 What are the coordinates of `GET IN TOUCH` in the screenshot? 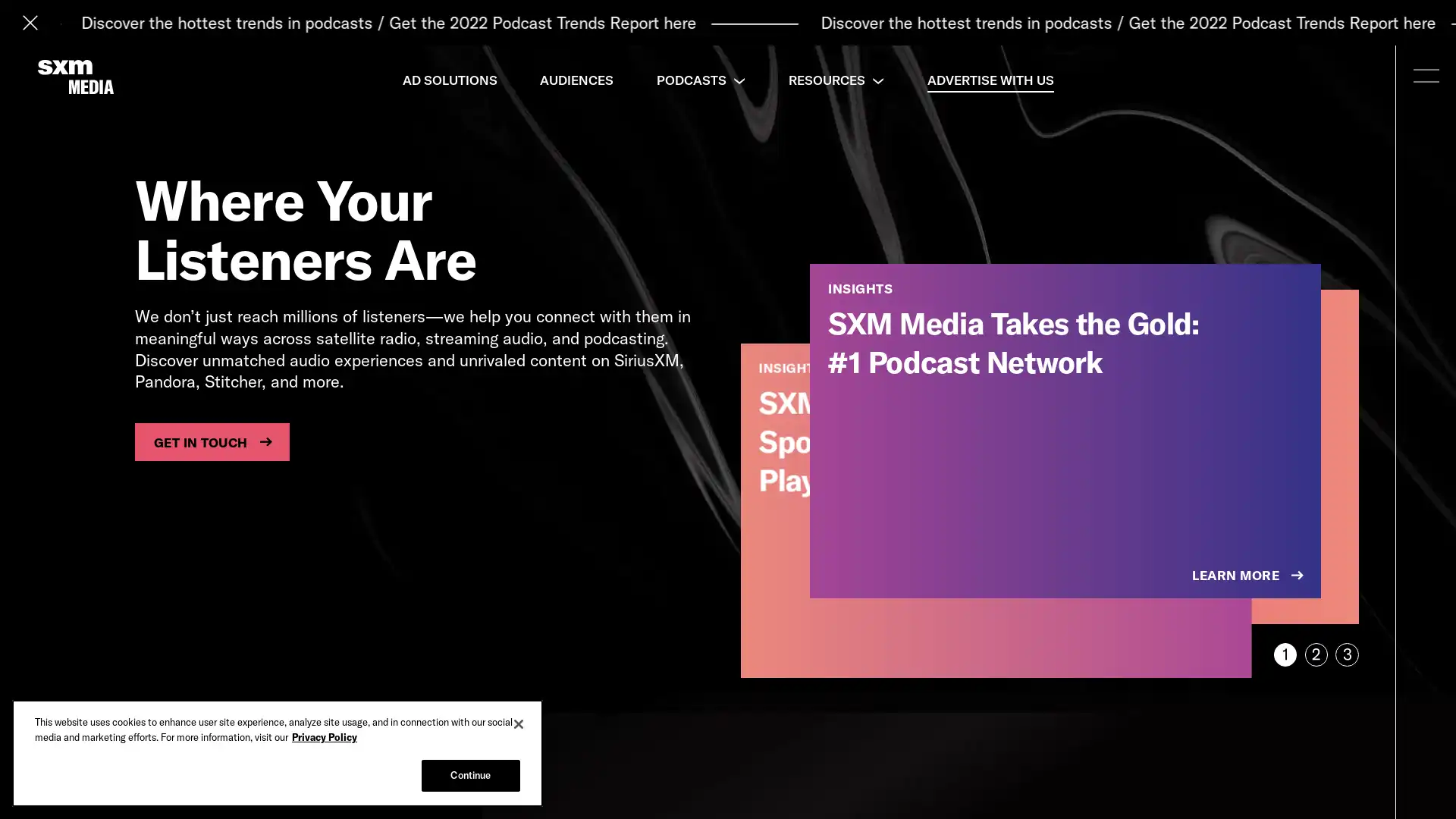 It's located at (211, 441).